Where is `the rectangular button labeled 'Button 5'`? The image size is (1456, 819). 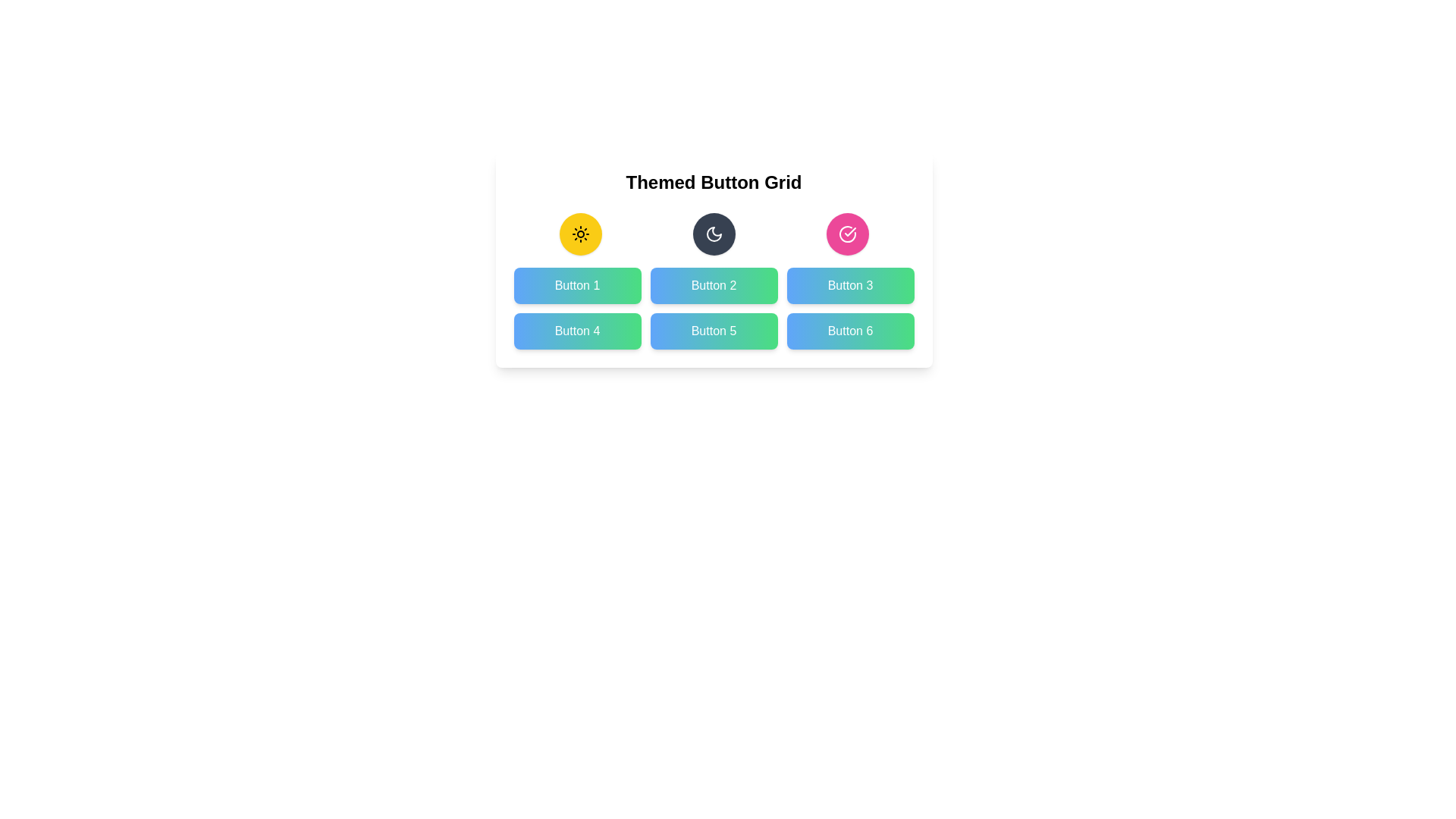 the rectangular button labeled 'Button 5' is located at coordinates (713, 330).